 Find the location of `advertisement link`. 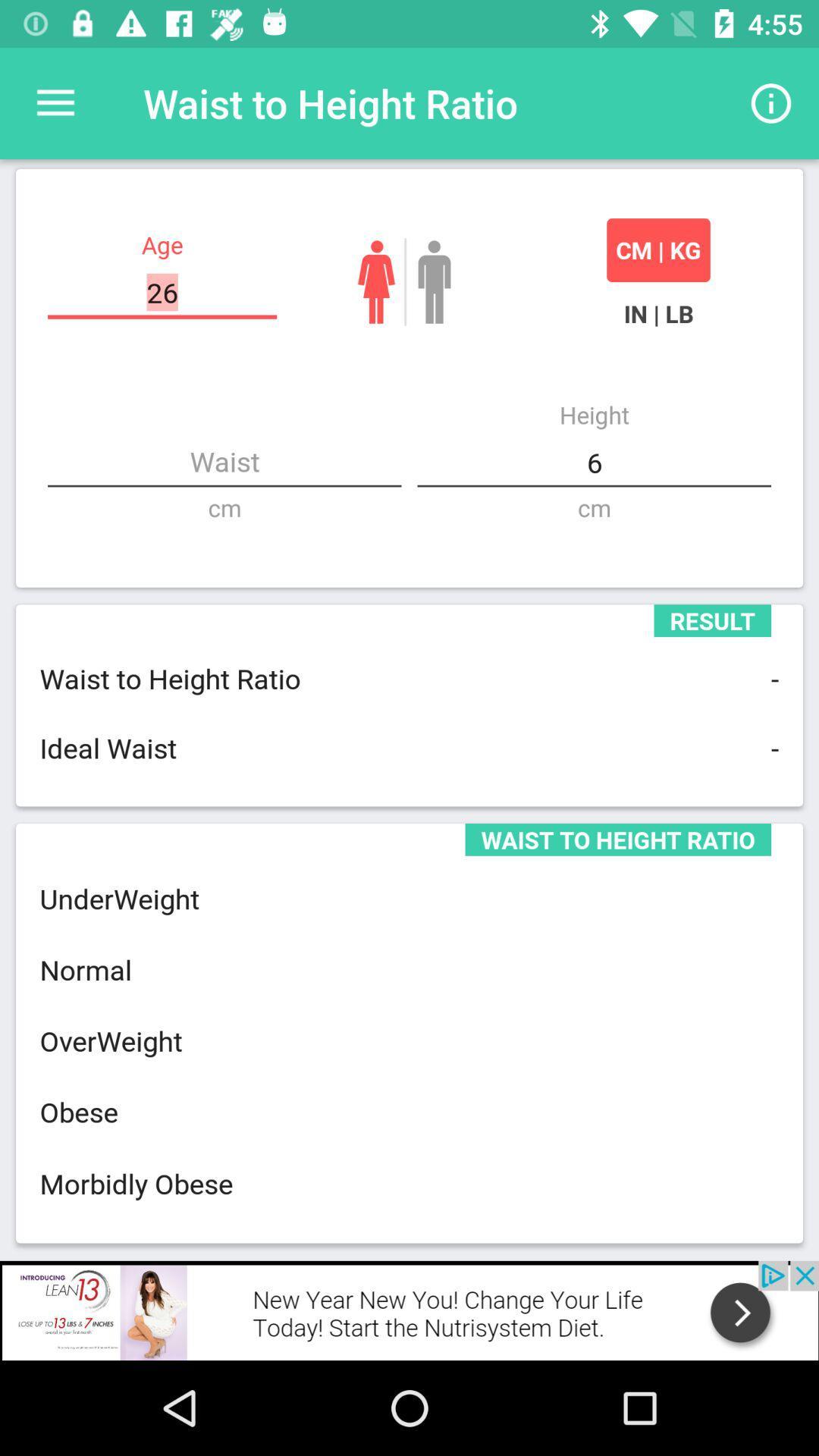

advertisement link is located at coordinates (409, 1310).